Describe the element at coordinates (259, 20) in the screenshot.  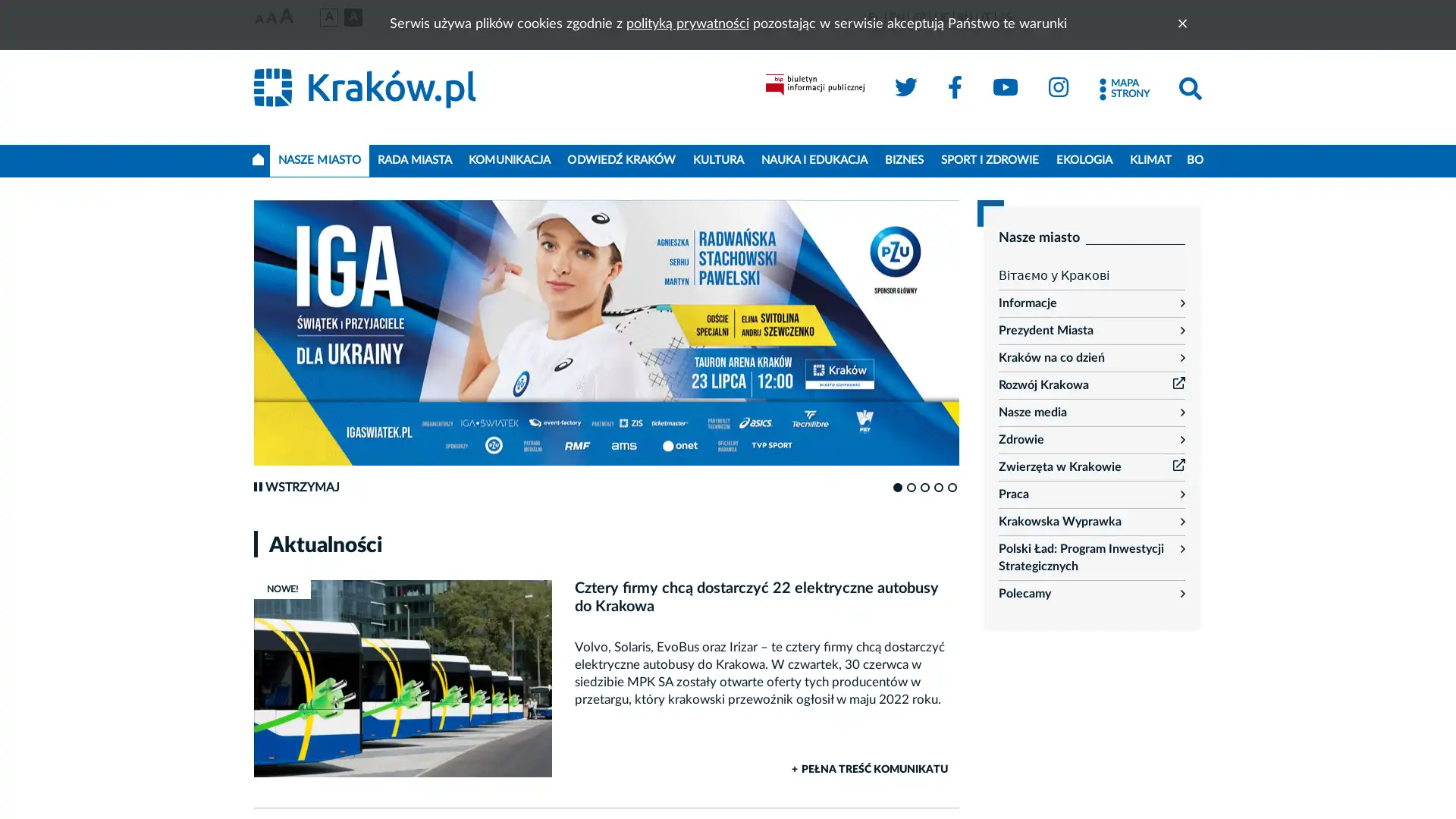
I see `Najmniejsza czcionka` at that location.